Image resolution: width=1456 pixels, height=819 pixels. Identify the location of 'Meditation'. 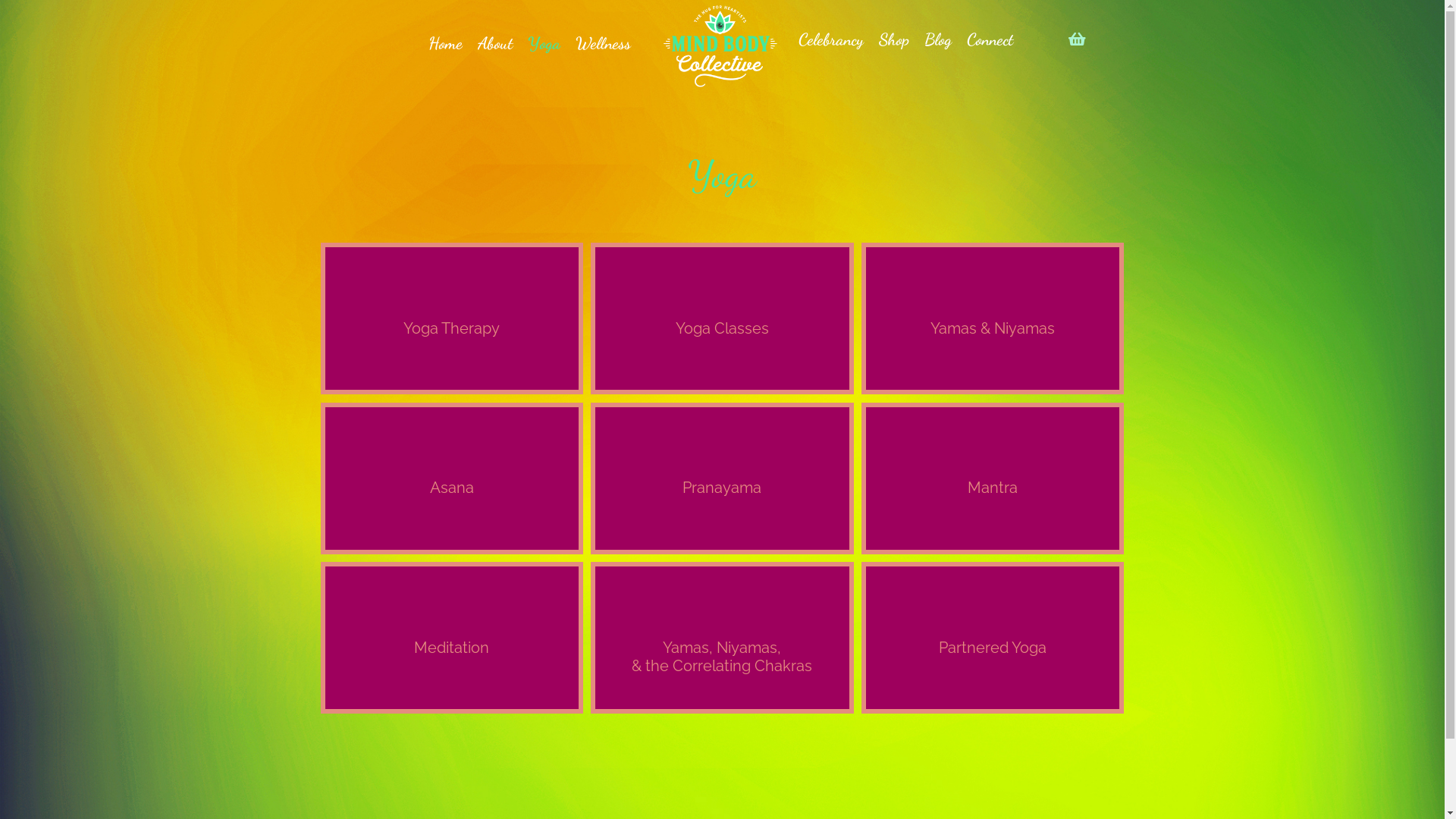
(450, 637).